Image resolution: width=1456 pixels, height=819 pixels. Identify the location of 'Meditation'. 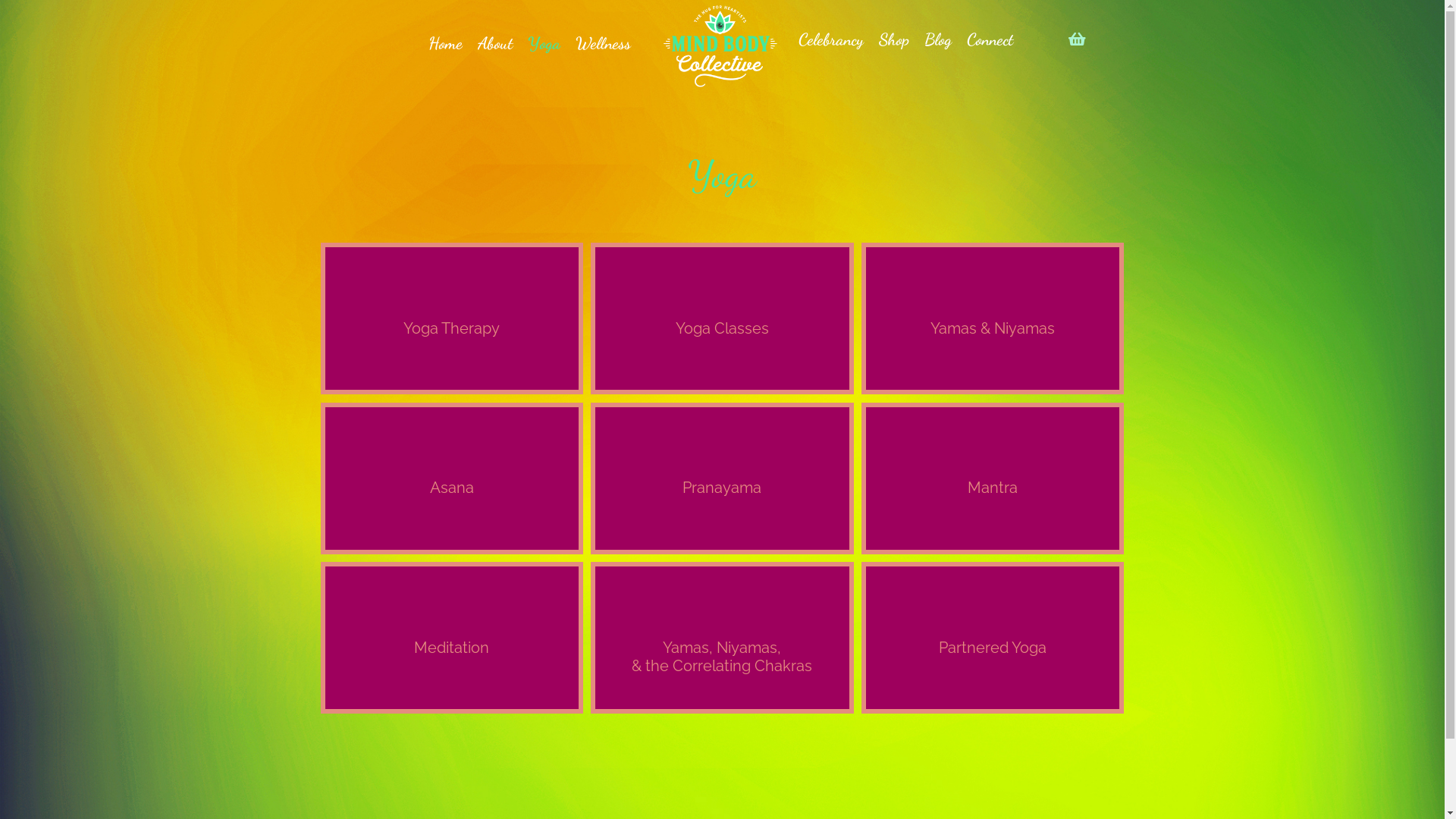
(450, 637).